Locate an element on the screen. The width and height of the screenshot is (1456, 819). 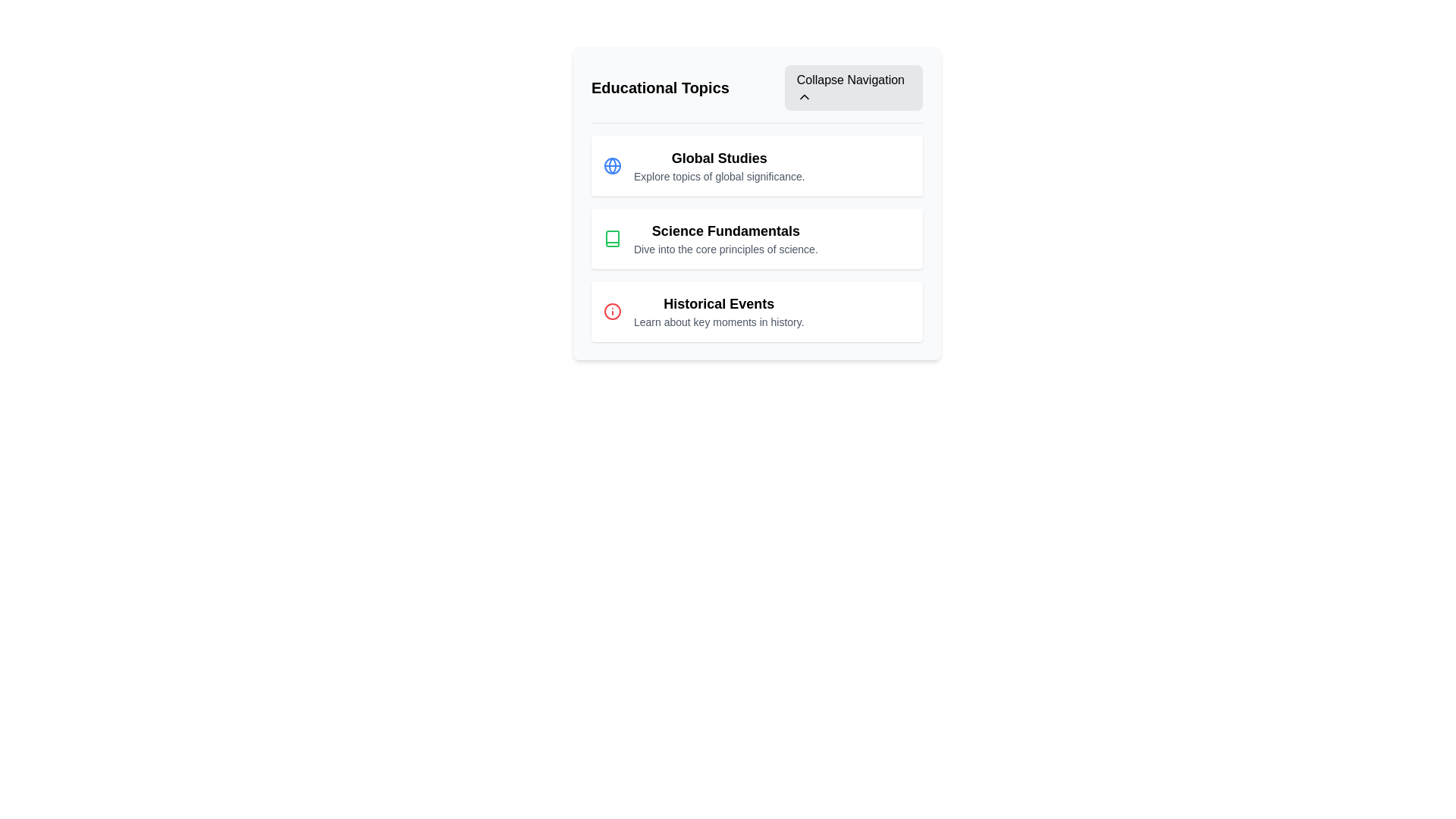
the Text block that provides information about historical topics, positioned as the third item in a vertical list of content cards below 'Global Studies' and 'Science Fundamentals' is located at coordinates (718, 311).